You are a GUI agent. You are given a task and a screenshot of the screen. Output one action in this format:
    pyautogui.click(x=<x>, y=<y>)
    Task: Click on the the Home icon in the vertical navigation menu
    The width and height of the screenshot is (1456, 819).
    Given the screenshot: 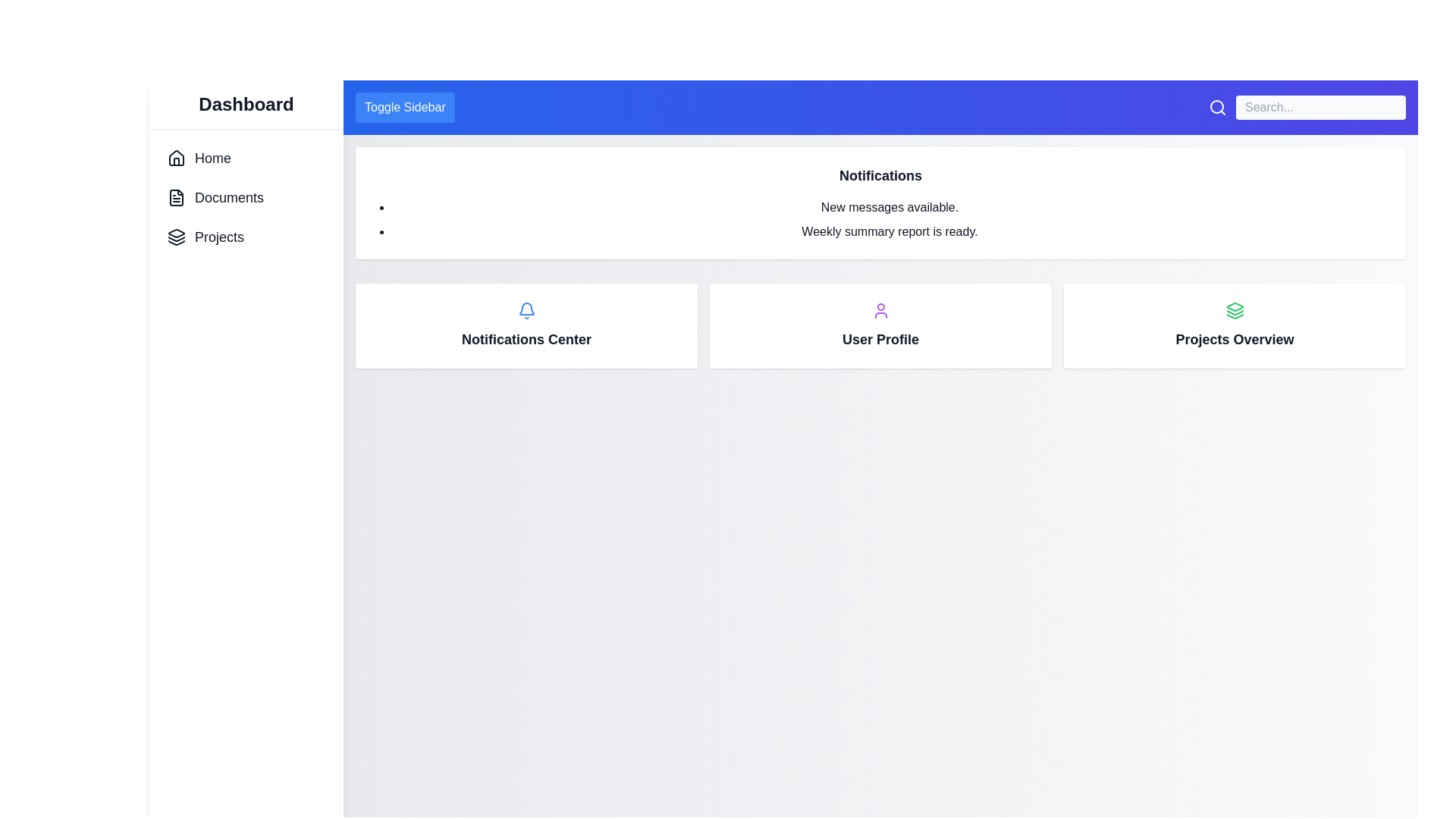 What is the action you would take?
    pyautogui.click(x=177, y=158)
    